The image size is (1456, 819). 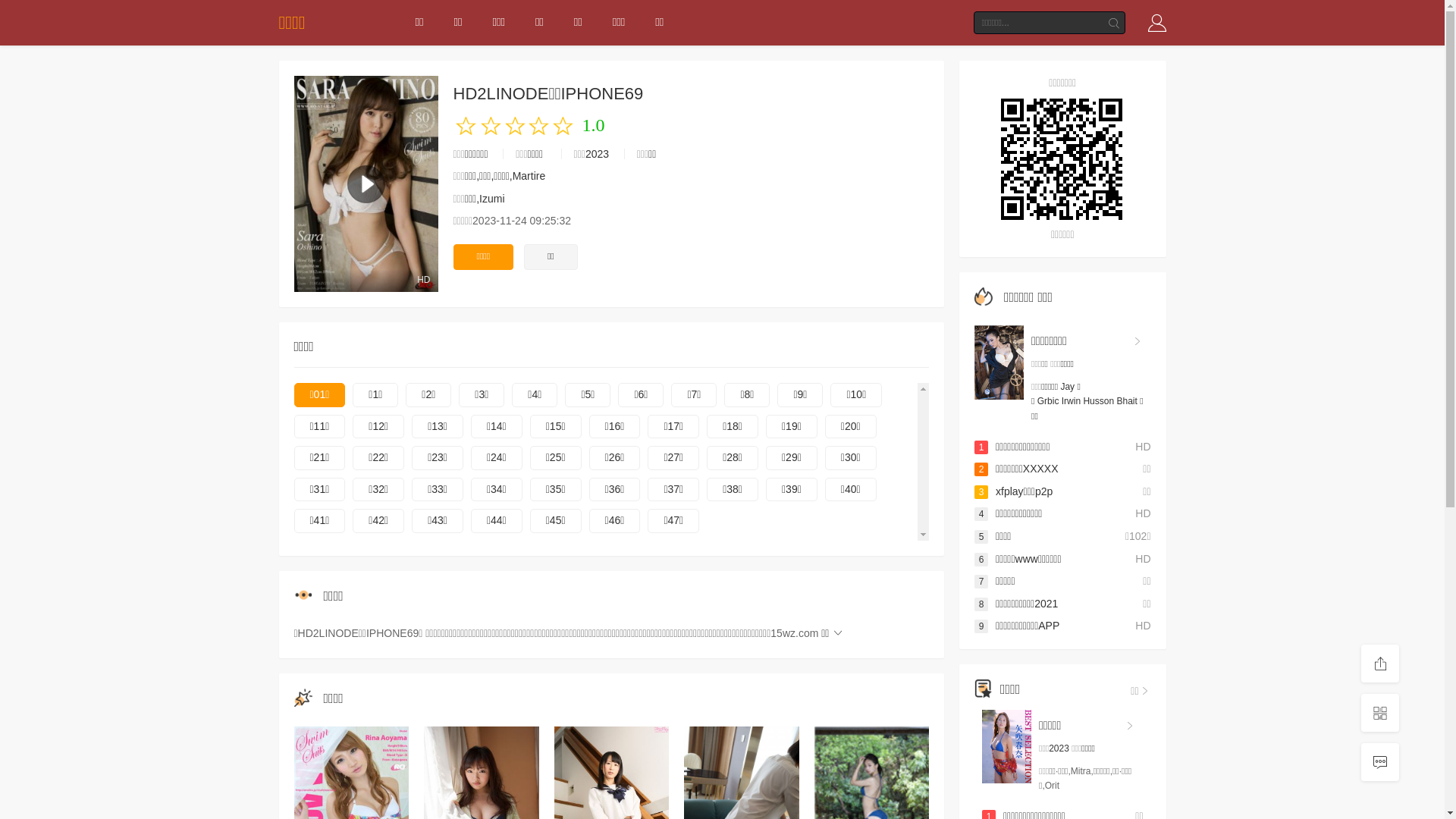 I want to click on 'HD', so click(x=366, y=183).